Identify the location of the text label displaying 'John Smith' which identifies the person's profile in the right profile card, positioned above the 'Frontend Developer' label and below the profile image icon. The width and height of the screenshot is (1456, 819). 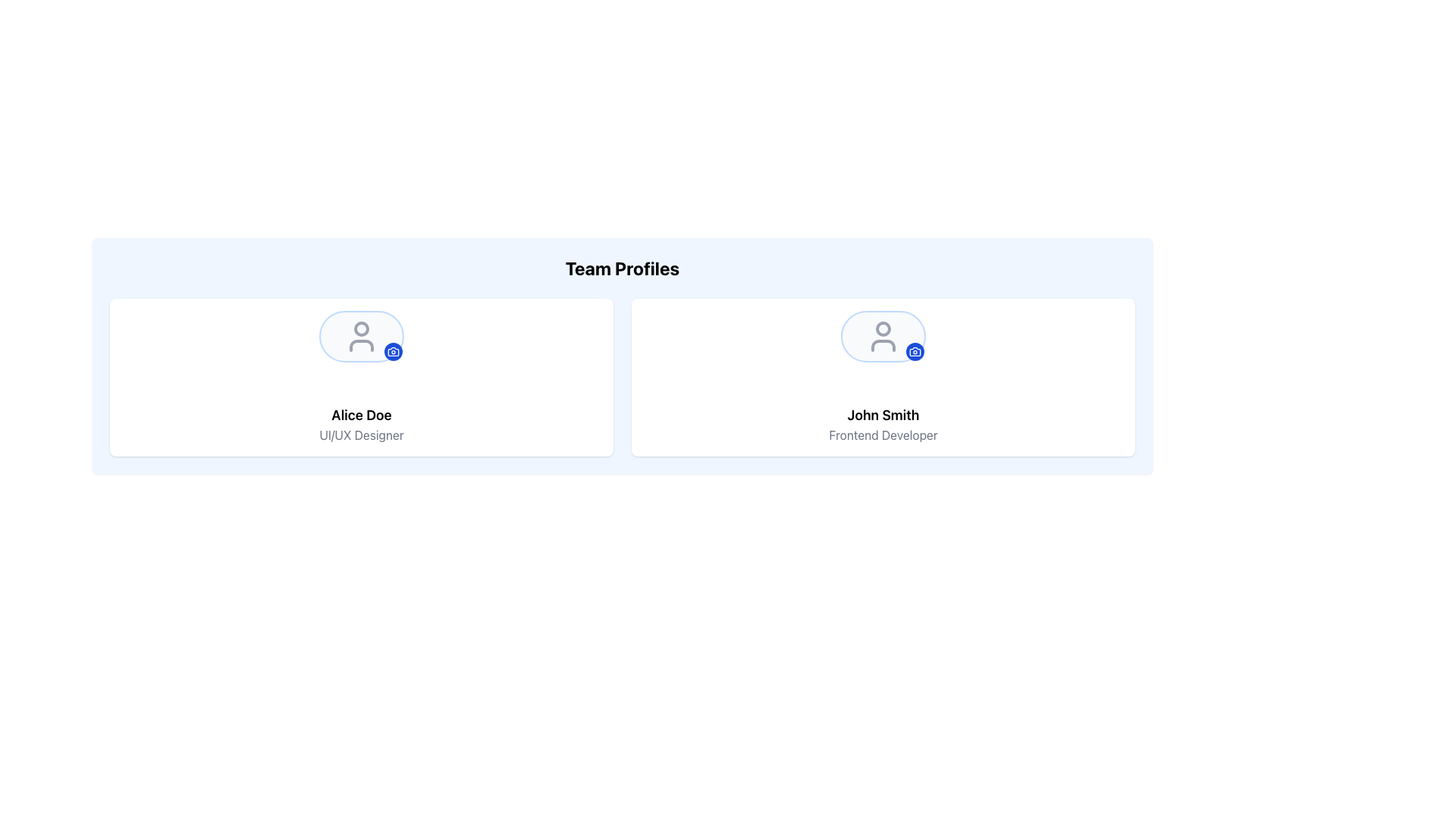
(883, 415).